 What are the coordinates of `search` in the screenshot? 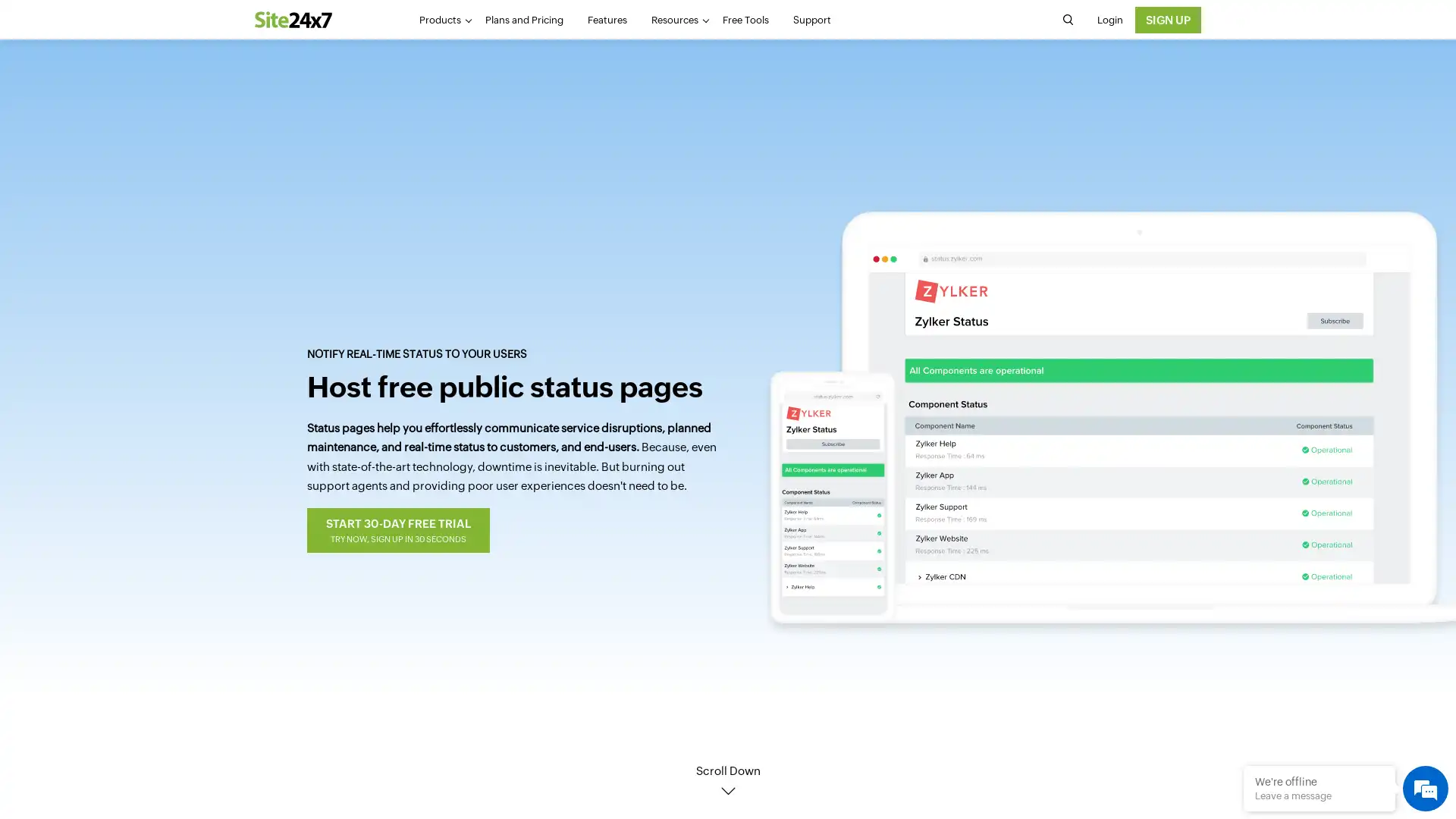 It's located at (1066, 20).